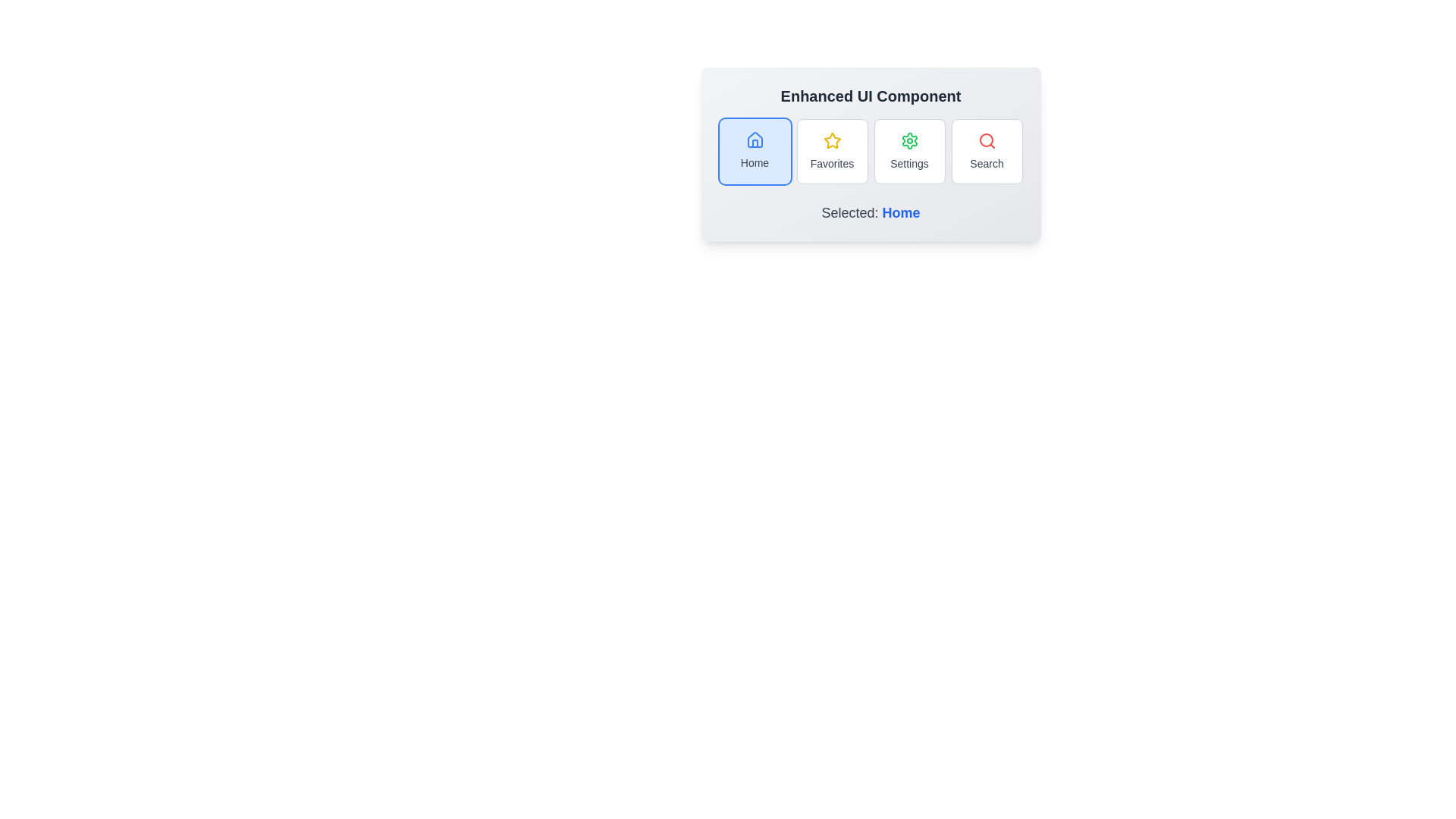  Describe the element at coordinates (755, 152) in the screenshot. I see `the 'Home' button, which is a rectangular button with a rounded border, light blue background, and a house-shaped icon above the text 'Home'` at that location.